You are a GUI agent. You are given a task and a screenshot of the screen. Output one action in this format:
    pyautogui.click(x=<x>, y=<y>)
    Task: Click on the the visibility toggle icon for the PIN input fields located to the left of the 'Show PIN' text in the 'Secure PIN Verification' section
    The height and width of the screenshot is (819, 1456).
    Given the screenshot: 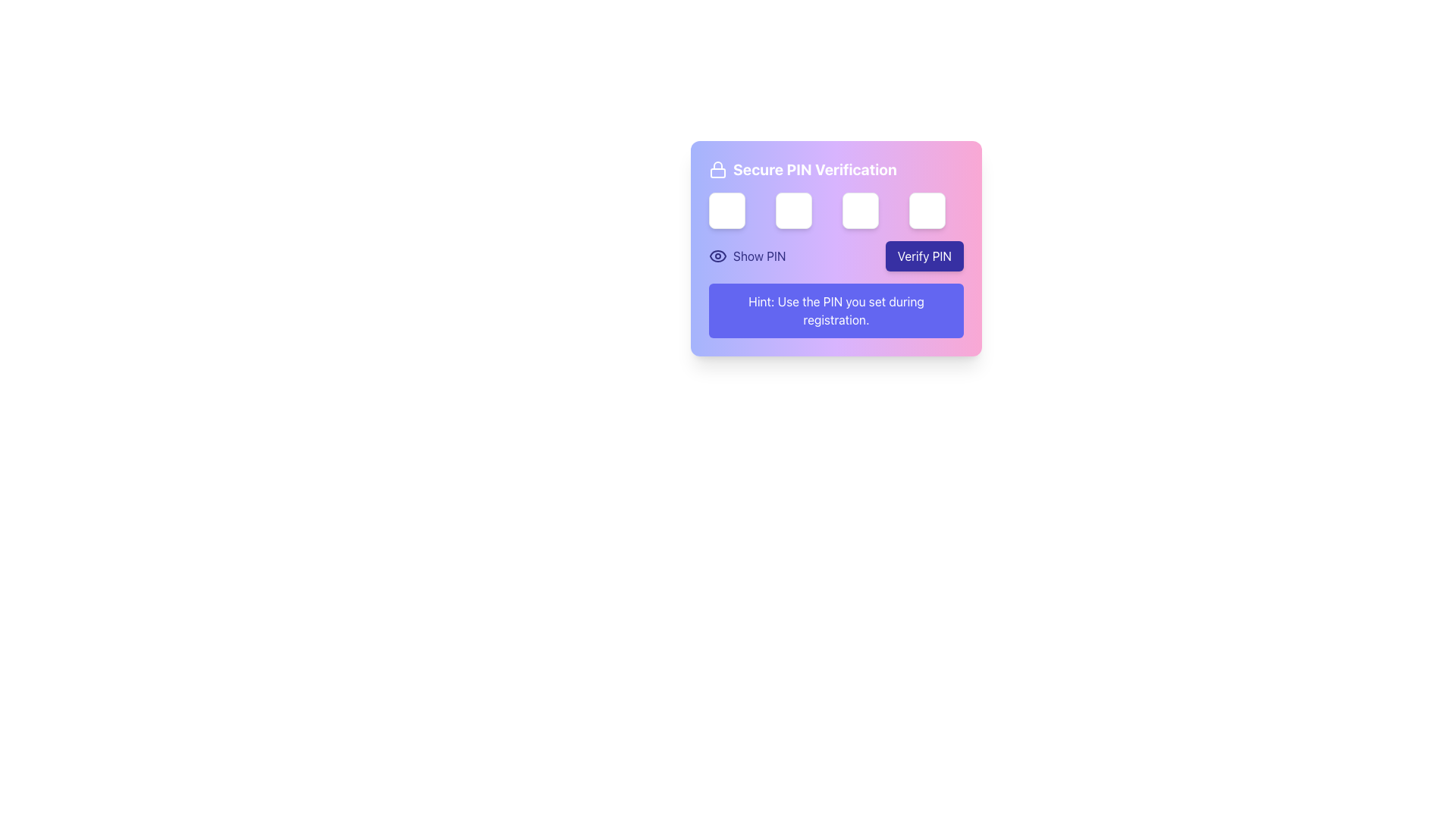 What is the action you would take?
    pyautogui.click(x=717, y=256)
    